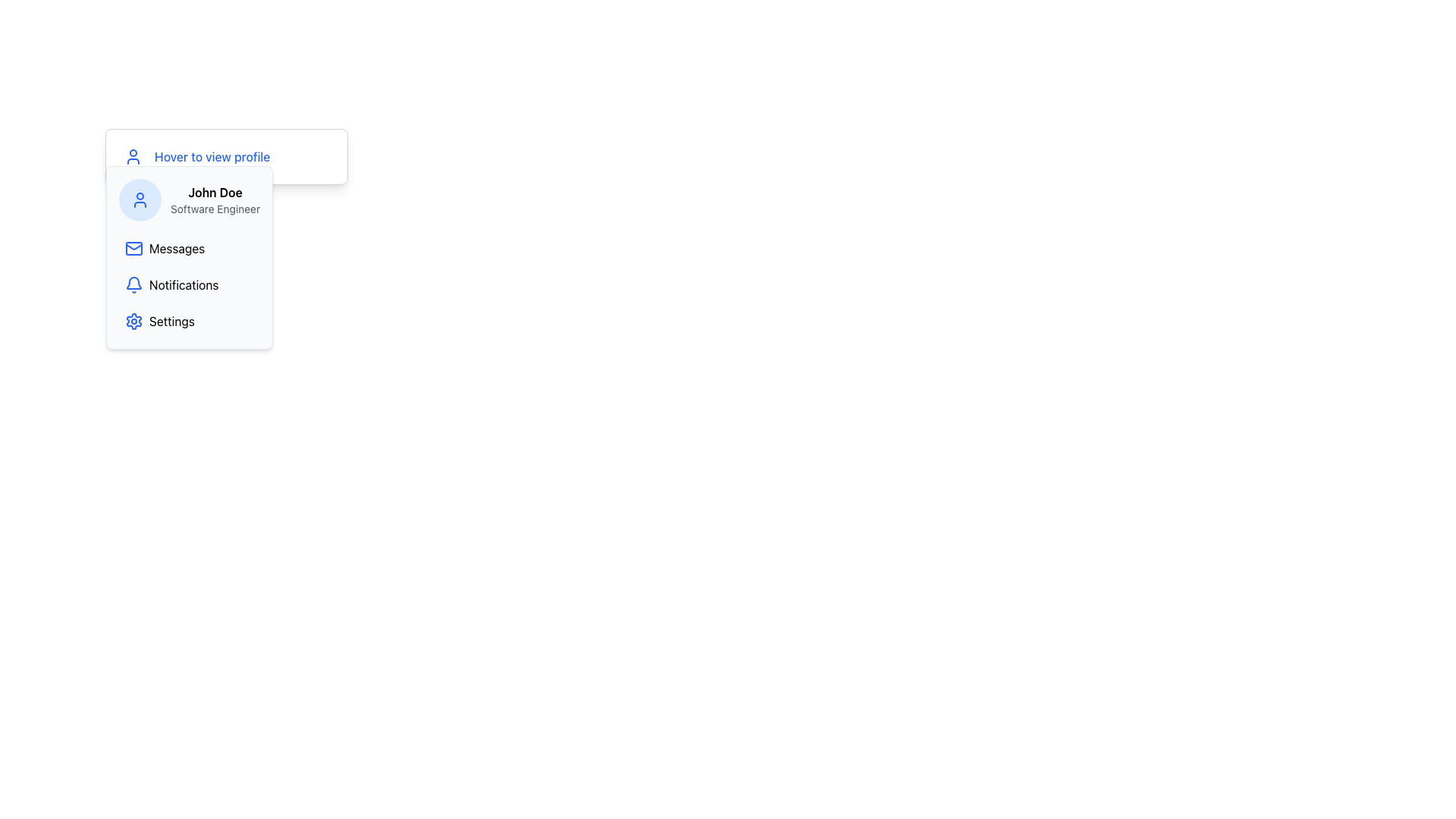 The width and height of the screenshot is (1456, 819). What do you see at coordinates (140, 199) in the screenshot?
I see `the user profile icon located at the top-left corner of the user profile card, which is centered inside a circular, light-blue background area` at bounding box center [140, 199].